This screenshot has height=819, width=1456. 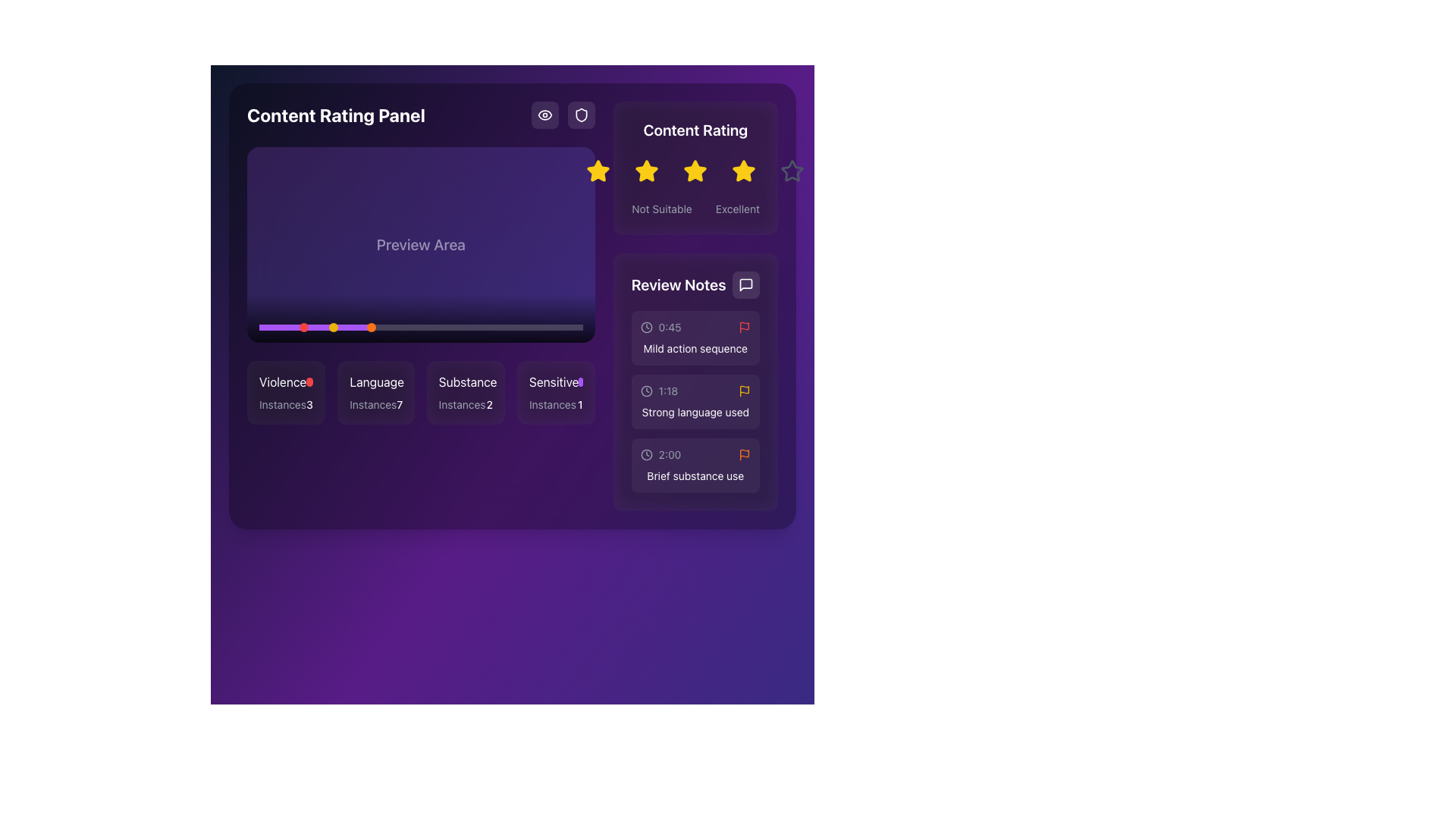 I want to click on text content of the label displaying 'Substance', which is styled in white font on a purple background and is the third text label from the left in a horizontal alignment near the bottom center of the interface, so click(x=467, y=381).